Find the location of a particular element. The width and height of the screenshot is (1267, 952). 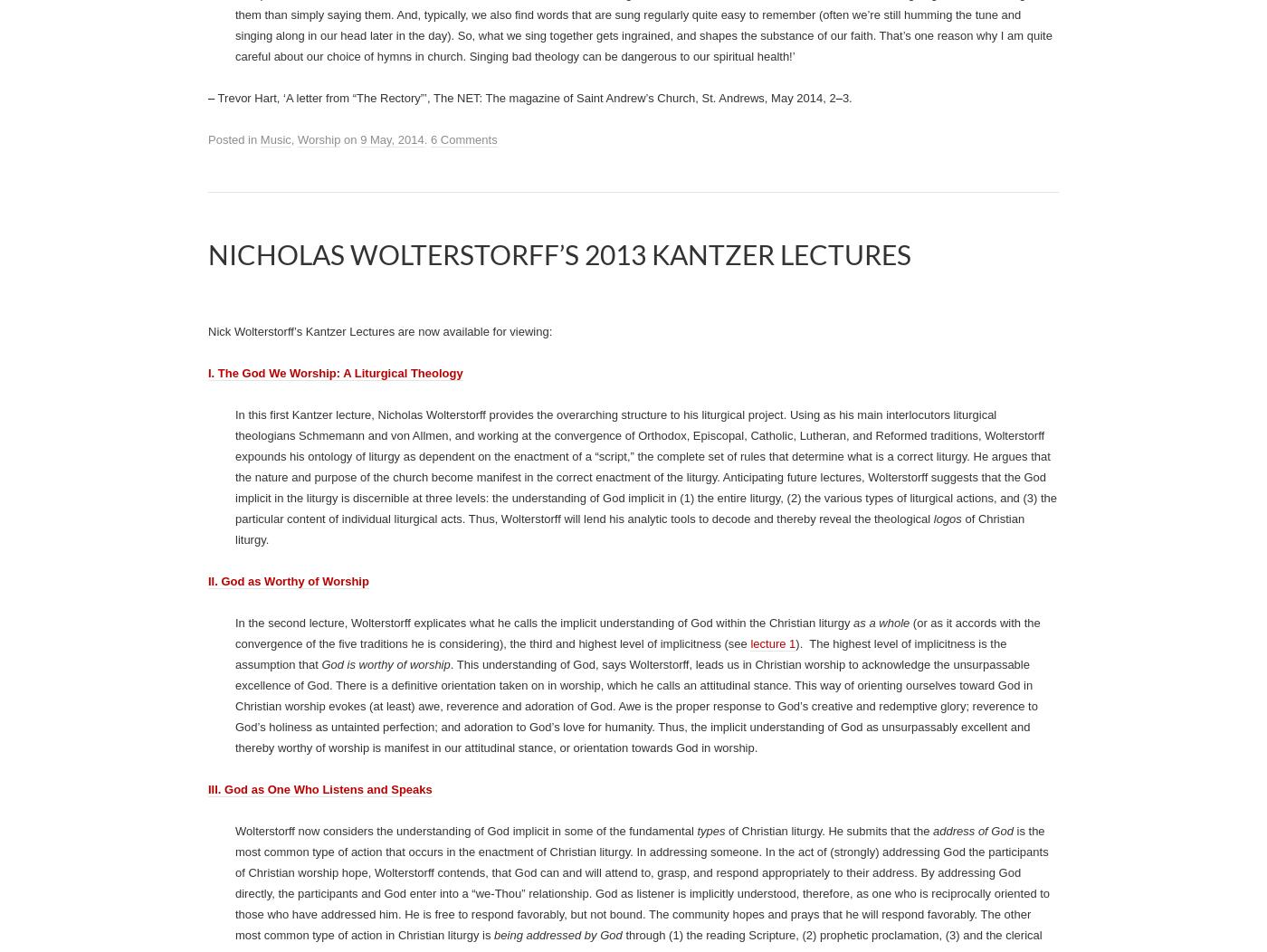

'Posted in' is located at coordinates (208, 426).